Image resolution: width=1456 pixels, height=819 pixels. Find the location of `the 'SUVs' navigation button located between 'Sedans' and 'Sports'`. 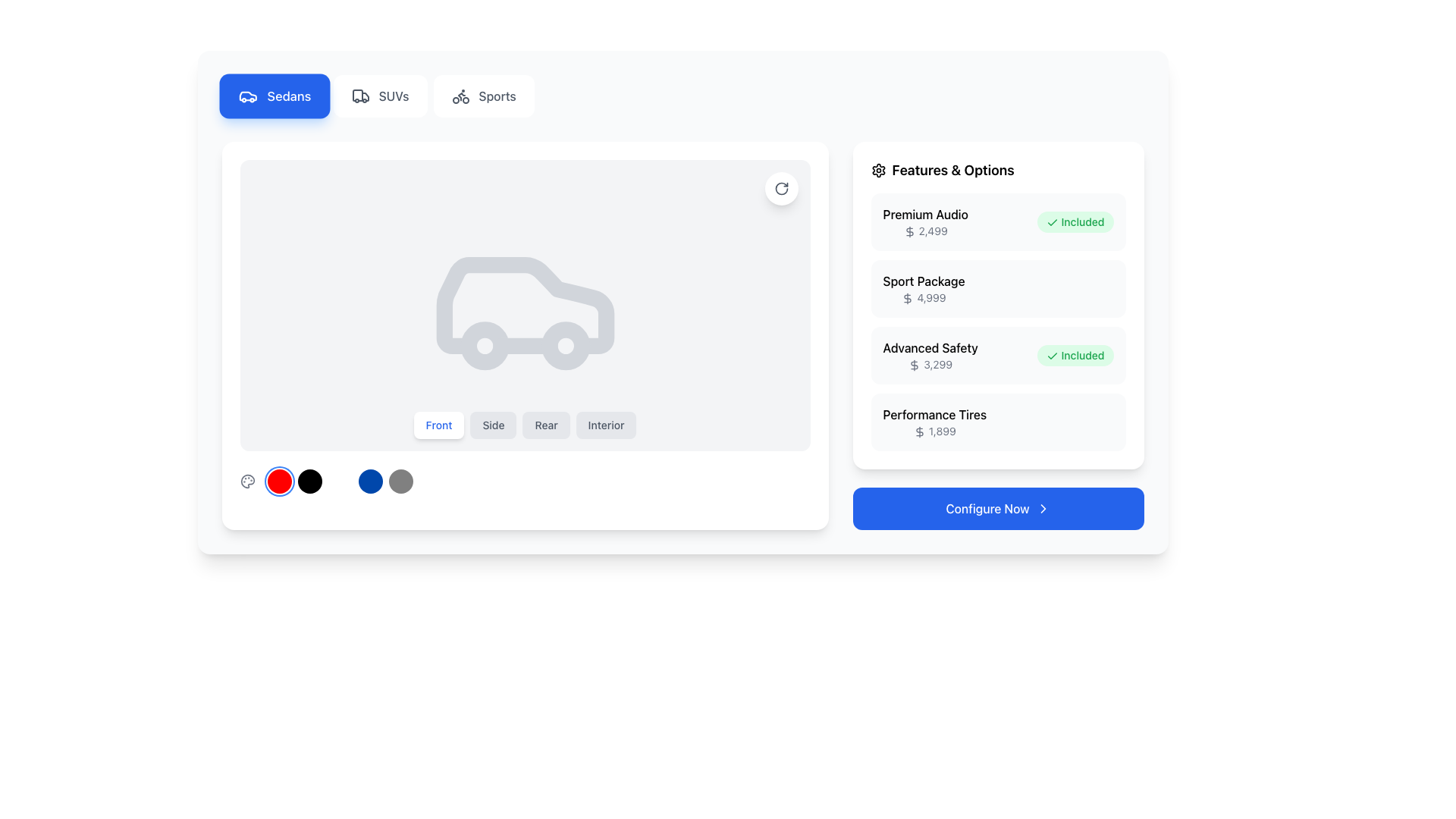

the 'SUVs' navigation button located between 'Sedans' and 'Sports' is located at coordinates (378, 96).